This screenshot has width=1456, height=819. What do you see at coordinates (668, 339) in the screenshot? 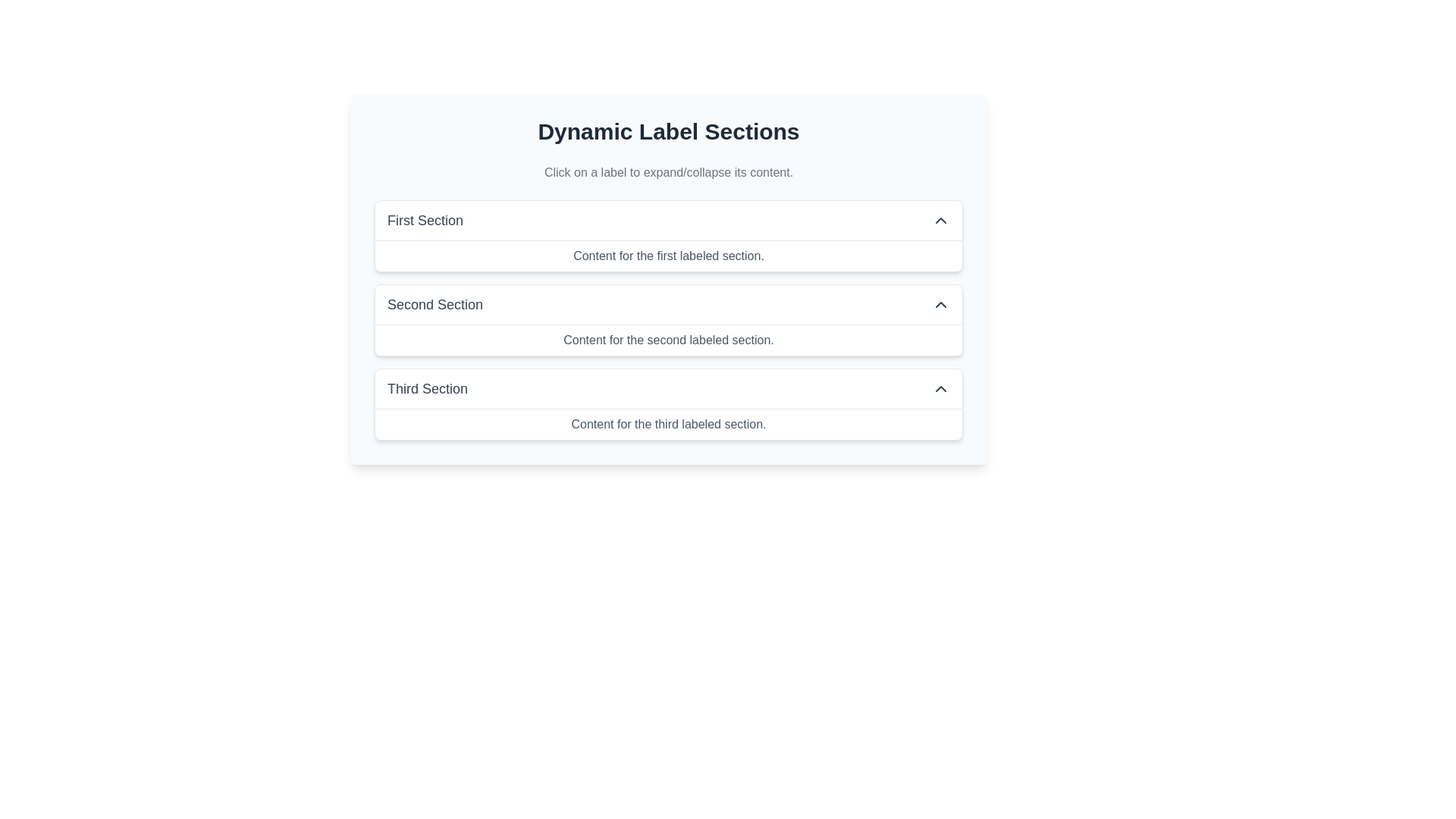
I see `the static text displaying content related to the 'Second Section', which is located below the section title and chevron icon in the middle card` at bounding box center [668, 339].